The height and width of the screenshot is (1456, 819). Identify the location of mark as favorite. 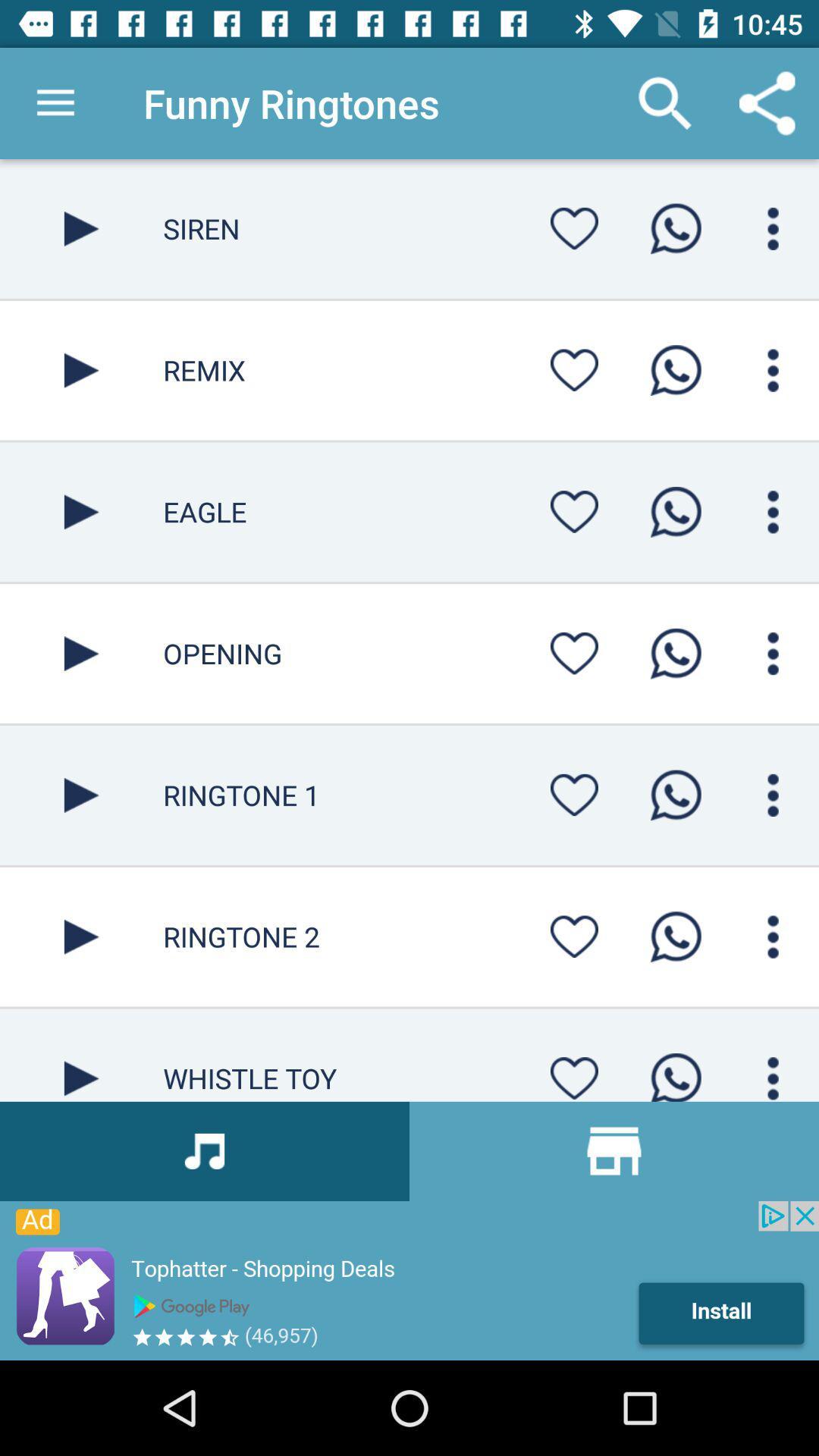
(574, 653).